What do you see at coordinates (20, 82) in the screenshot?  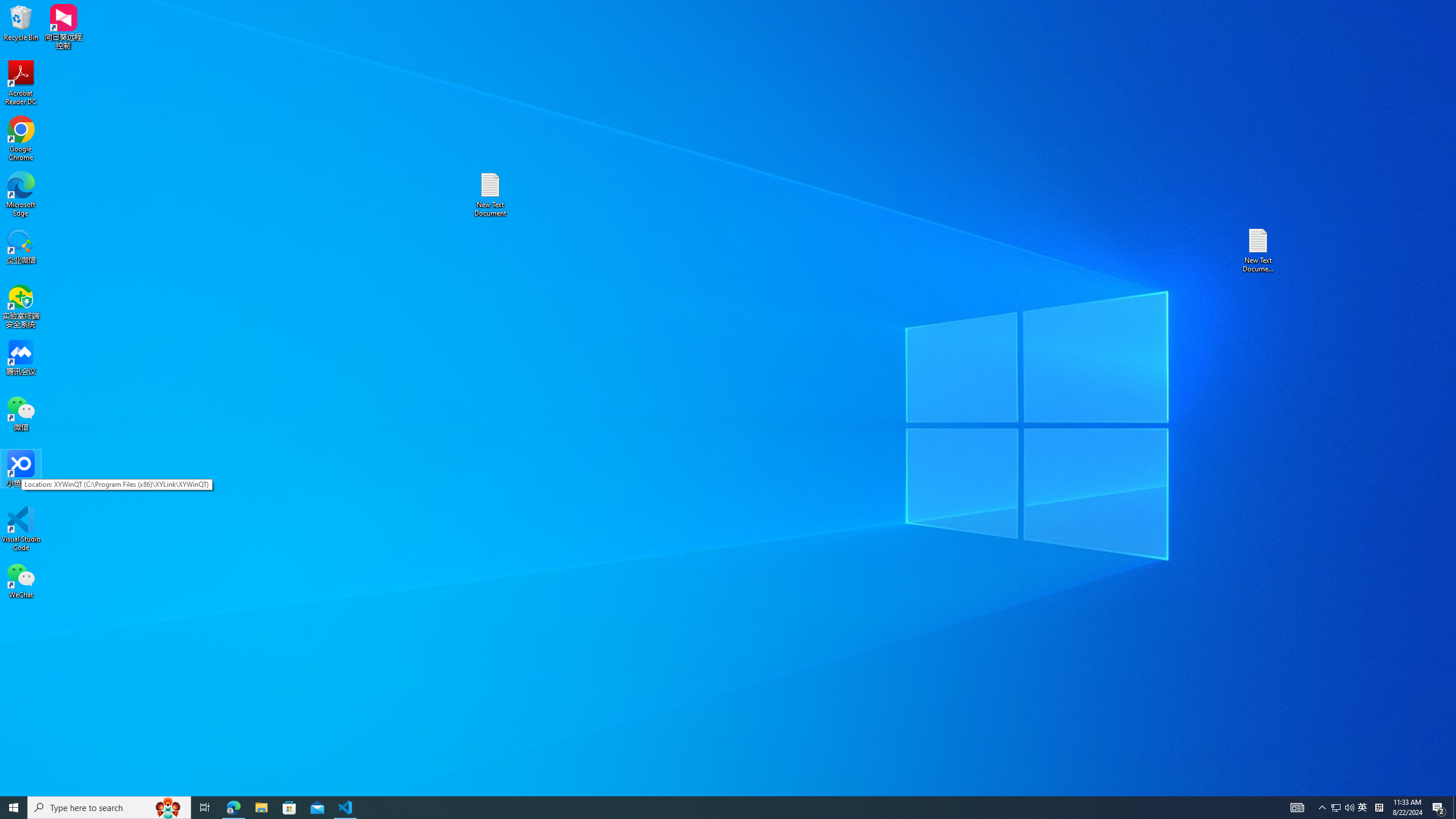 I see `'Acrobat Reader DC'` at bounding box center [20, 82].